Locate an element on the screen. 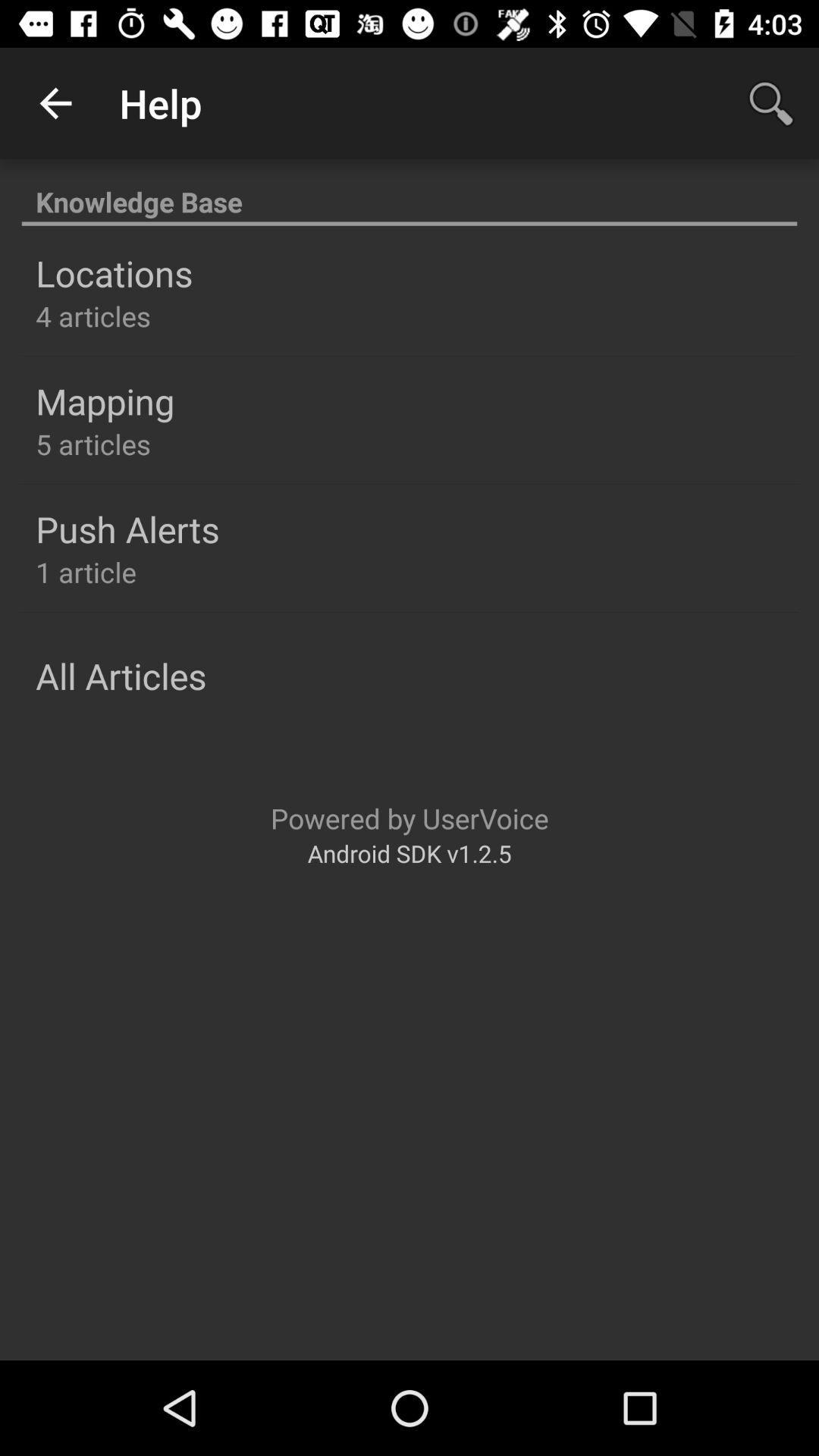 This screenshot has width=819, height=1456. the icon above the 1 article item is located at coordinates (127, 529).